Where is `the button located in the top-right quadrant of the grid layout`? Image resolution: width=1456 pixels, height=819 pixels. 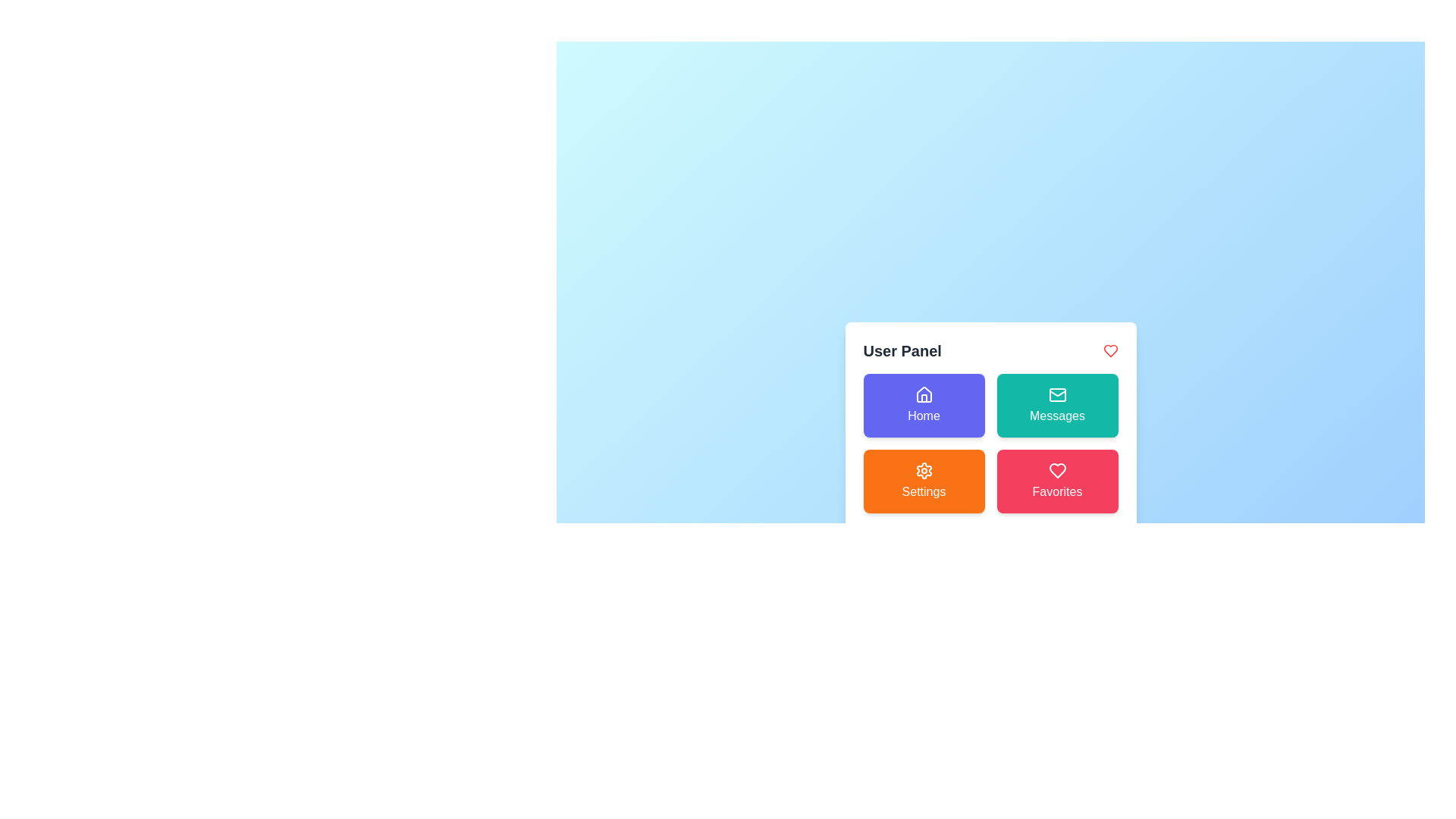
the button located in the top-right quadrant of the grid layout is located at coordinates (1056, 405).